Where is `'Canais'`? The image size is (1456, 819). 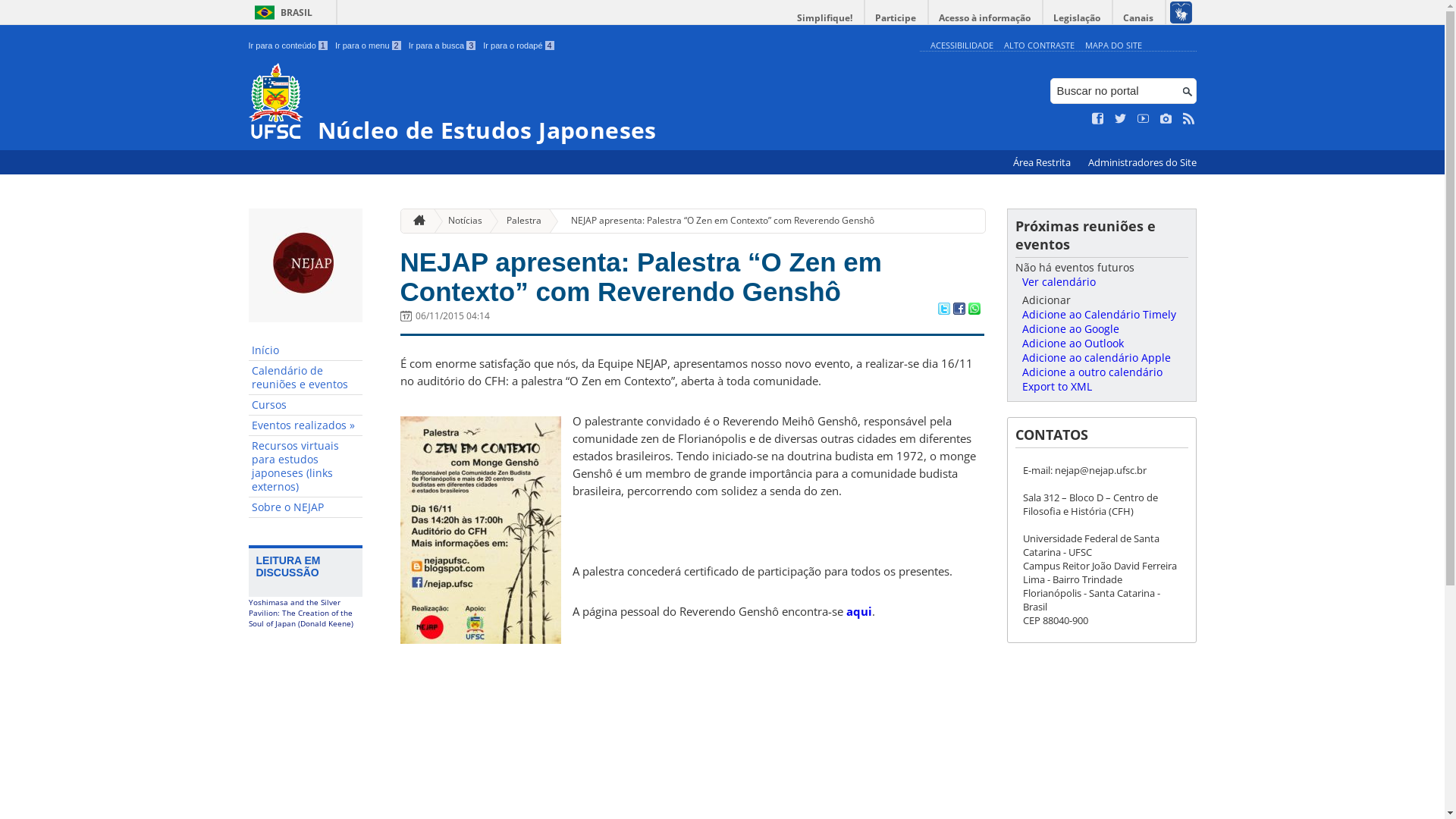
'Canais' is located at coordinates (1139, 17).